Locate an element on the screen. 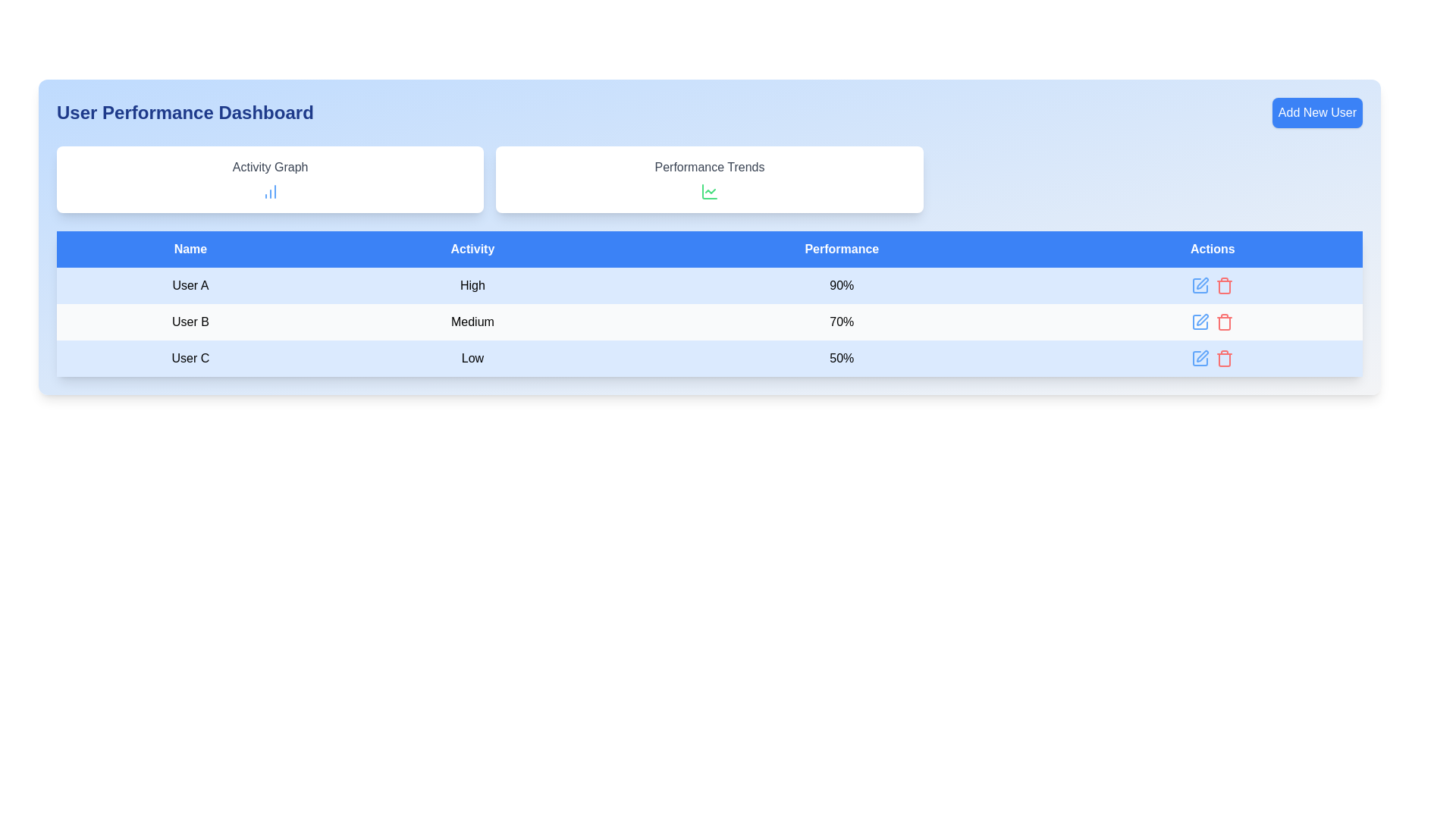  the interactive buttons in the Action panel for 'User A' in the first row of the 'User Performance Dashboard' is located at coordinates (1212, 286).